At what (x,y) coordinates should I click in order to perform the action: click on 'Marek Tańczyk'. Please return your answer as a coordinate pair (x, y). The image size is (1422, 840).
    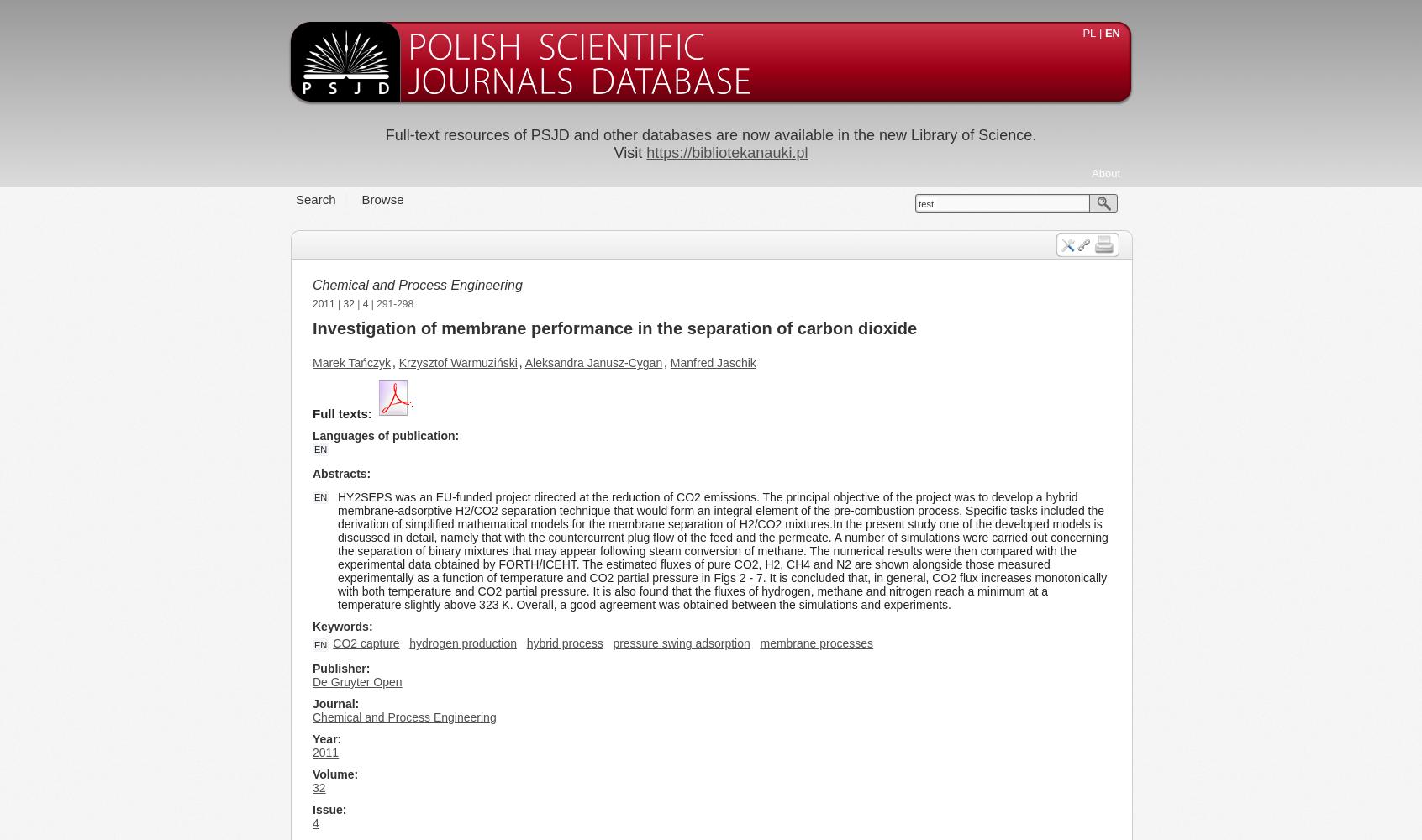
    Looking at the image, I should click on (351, 363).